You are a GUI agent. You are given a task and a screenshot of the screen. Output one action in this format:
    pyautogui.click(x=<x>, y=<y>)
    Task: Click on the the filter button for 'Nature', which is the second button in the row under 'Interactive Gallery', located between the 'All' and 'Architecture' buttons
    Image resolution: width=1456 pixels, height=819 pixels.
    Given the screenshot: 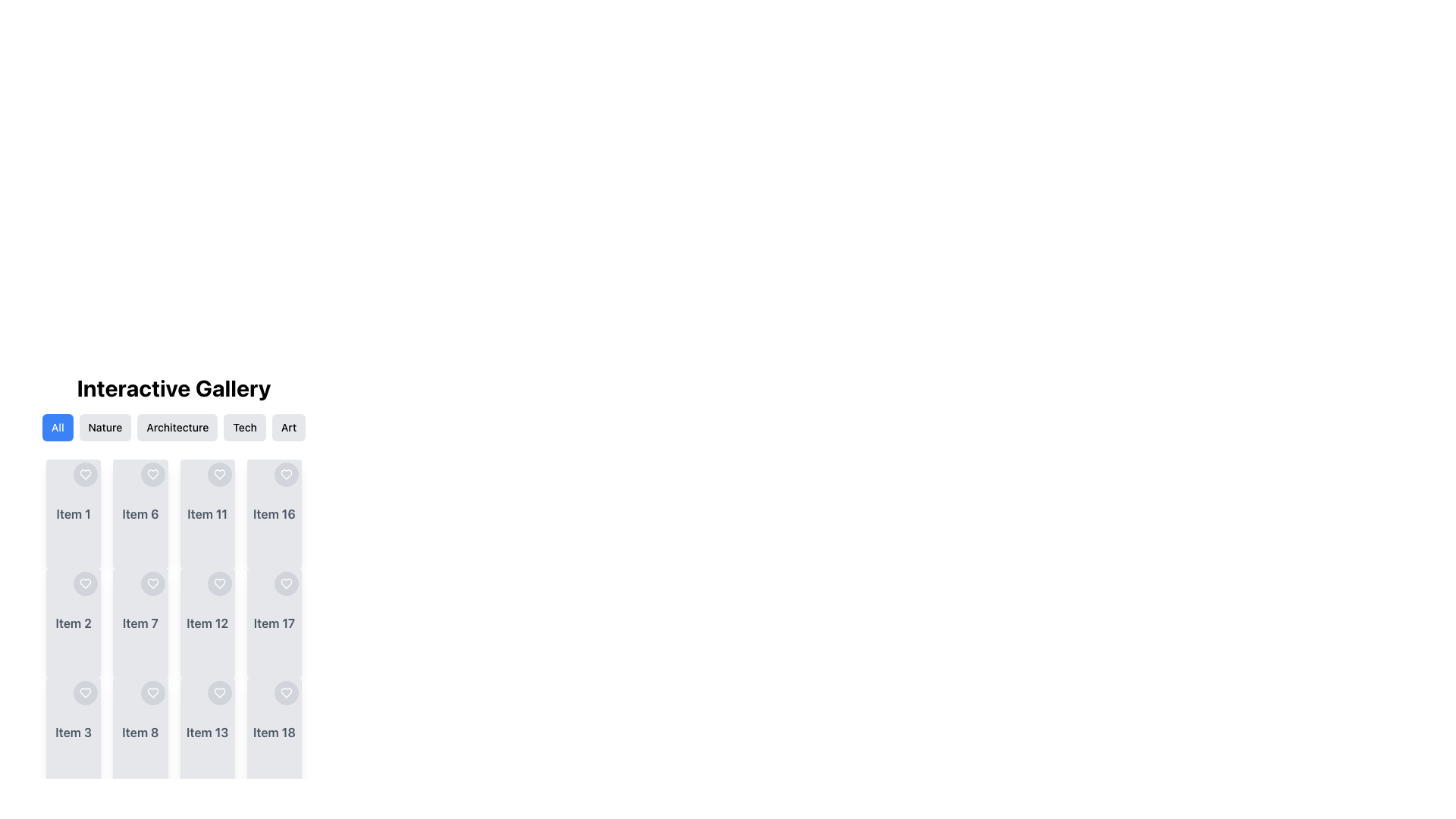 What is the action you would take?
    pyautogui.click(x=104, y=427)
    